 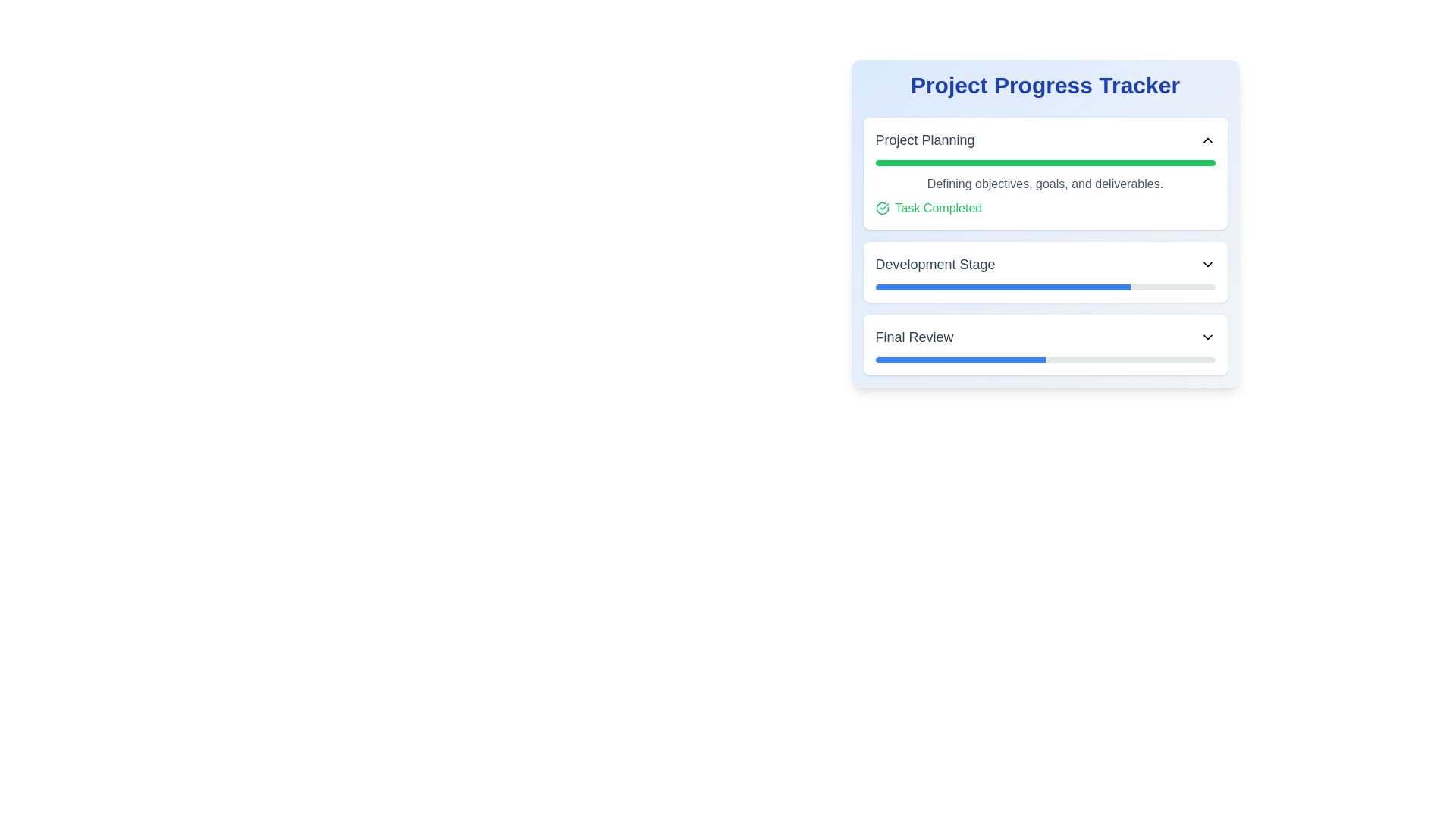 I want to click on the horizontal progress bar with rounded edges in the 'Development Stage' section of the 'Project Progress Tracker' panel, which is partially filled with blue color, so click(x=1003, y=287).